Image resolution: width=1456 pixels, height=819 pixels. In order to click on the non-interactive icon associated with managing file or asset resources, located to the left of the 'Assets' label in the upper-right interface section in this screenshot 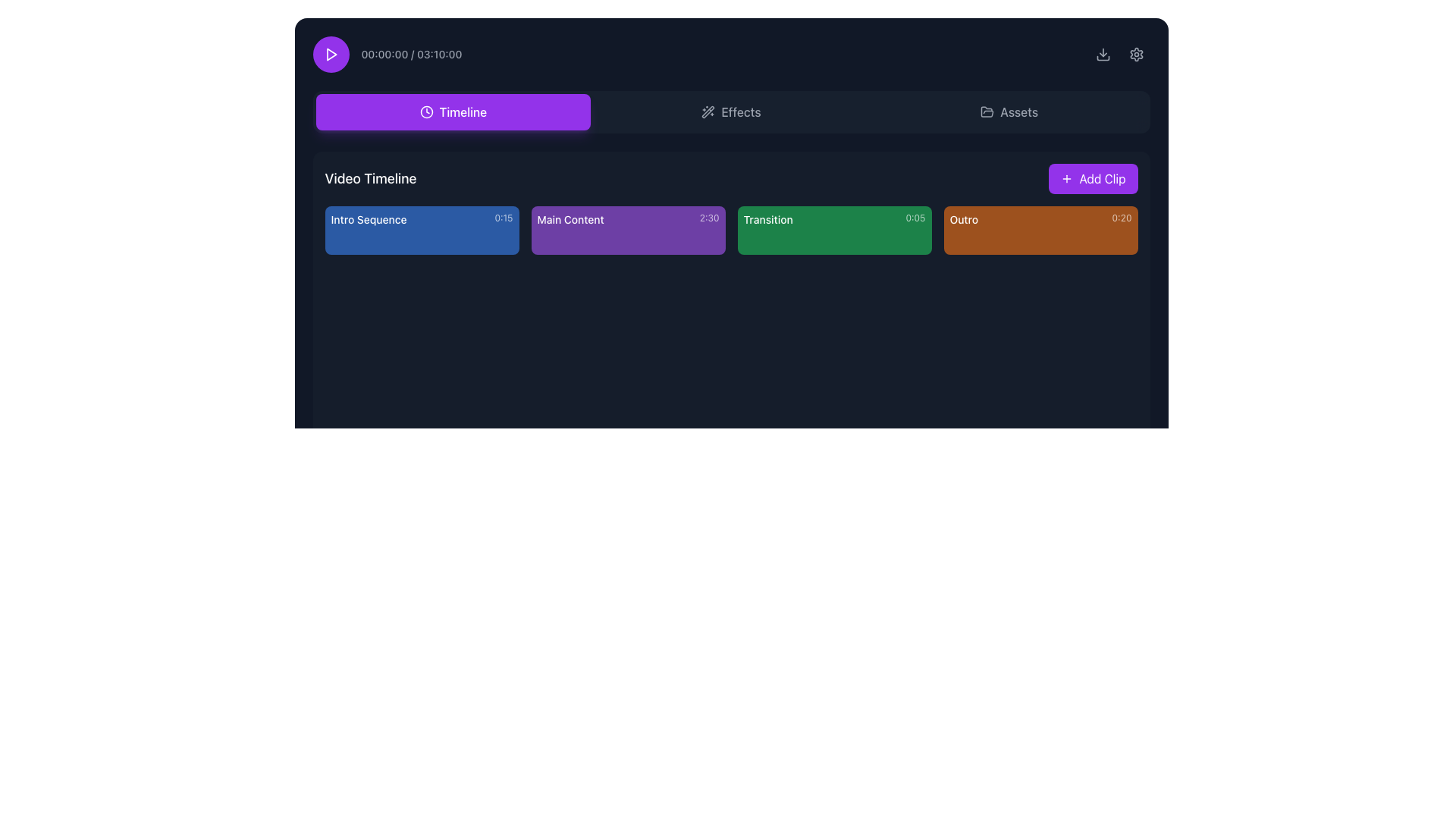, I will do `click(987, 111)`.